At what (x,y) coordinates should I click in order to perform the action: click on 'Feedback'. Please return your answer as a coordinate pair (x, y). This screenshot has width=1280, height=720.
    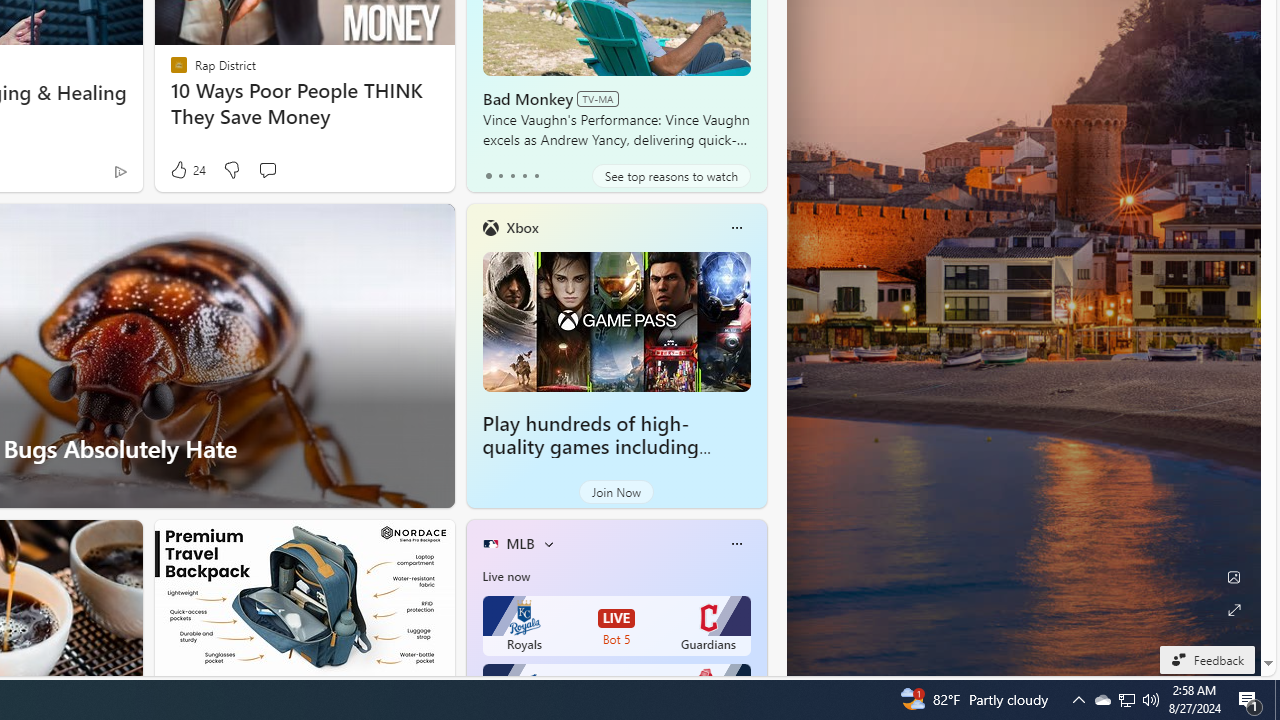
    Looking at the image, I should click on (1205, 659).